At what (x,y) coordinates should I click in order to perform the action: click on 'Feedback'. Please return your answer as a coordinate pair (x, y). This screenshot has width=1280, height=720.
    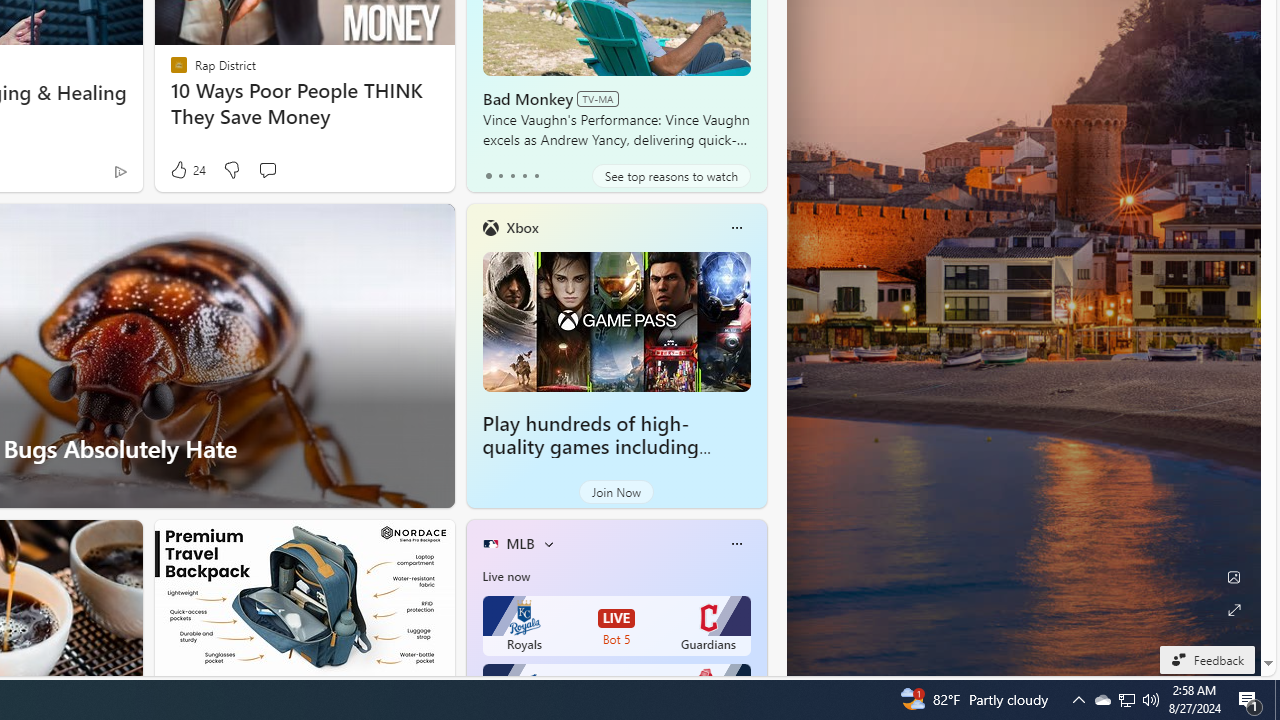
    Looking at the image, I should click on (1205, 659).